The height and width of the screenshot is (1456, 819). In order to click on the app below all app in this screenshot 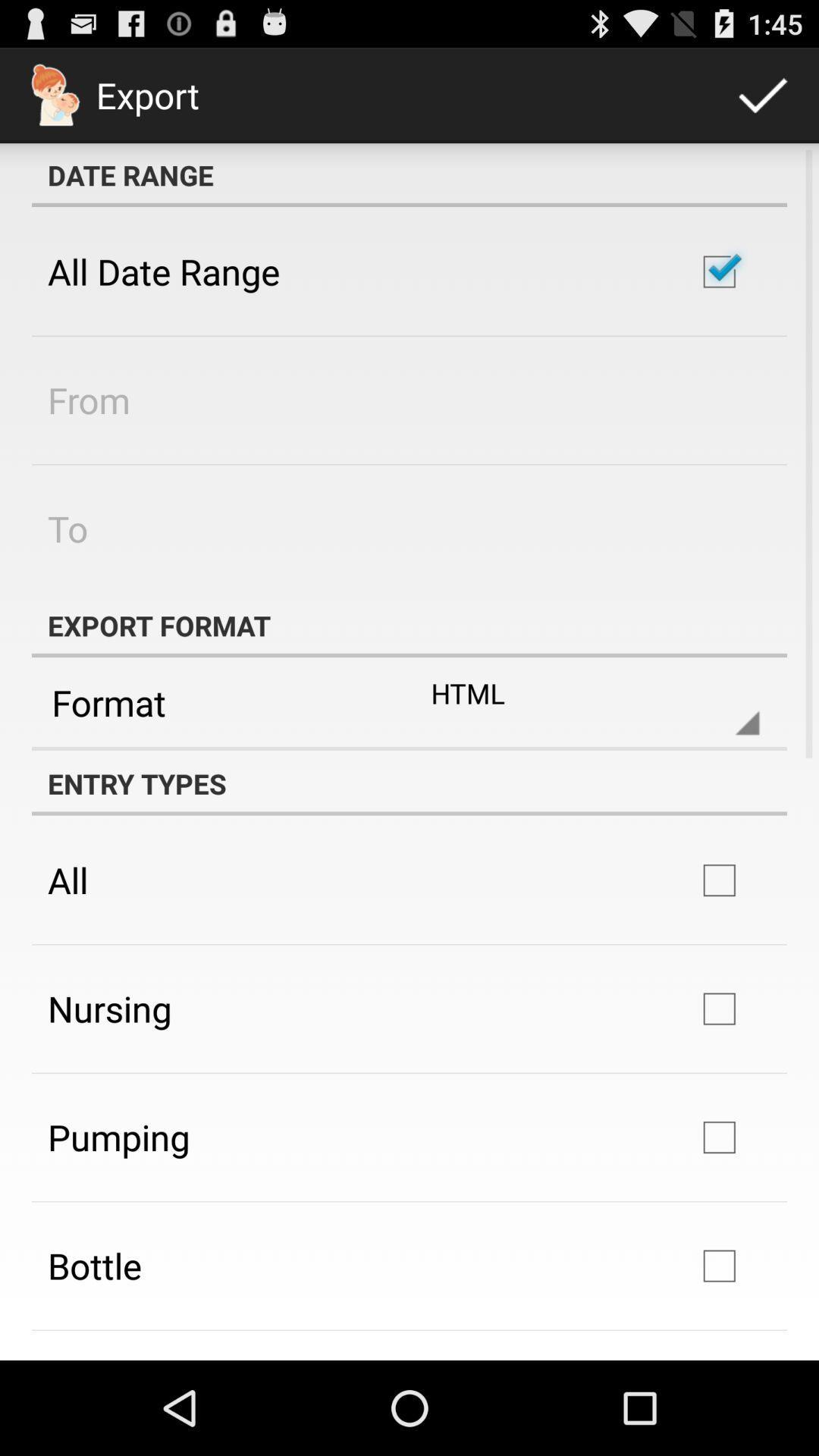, I will do `click(108, 1009)`.